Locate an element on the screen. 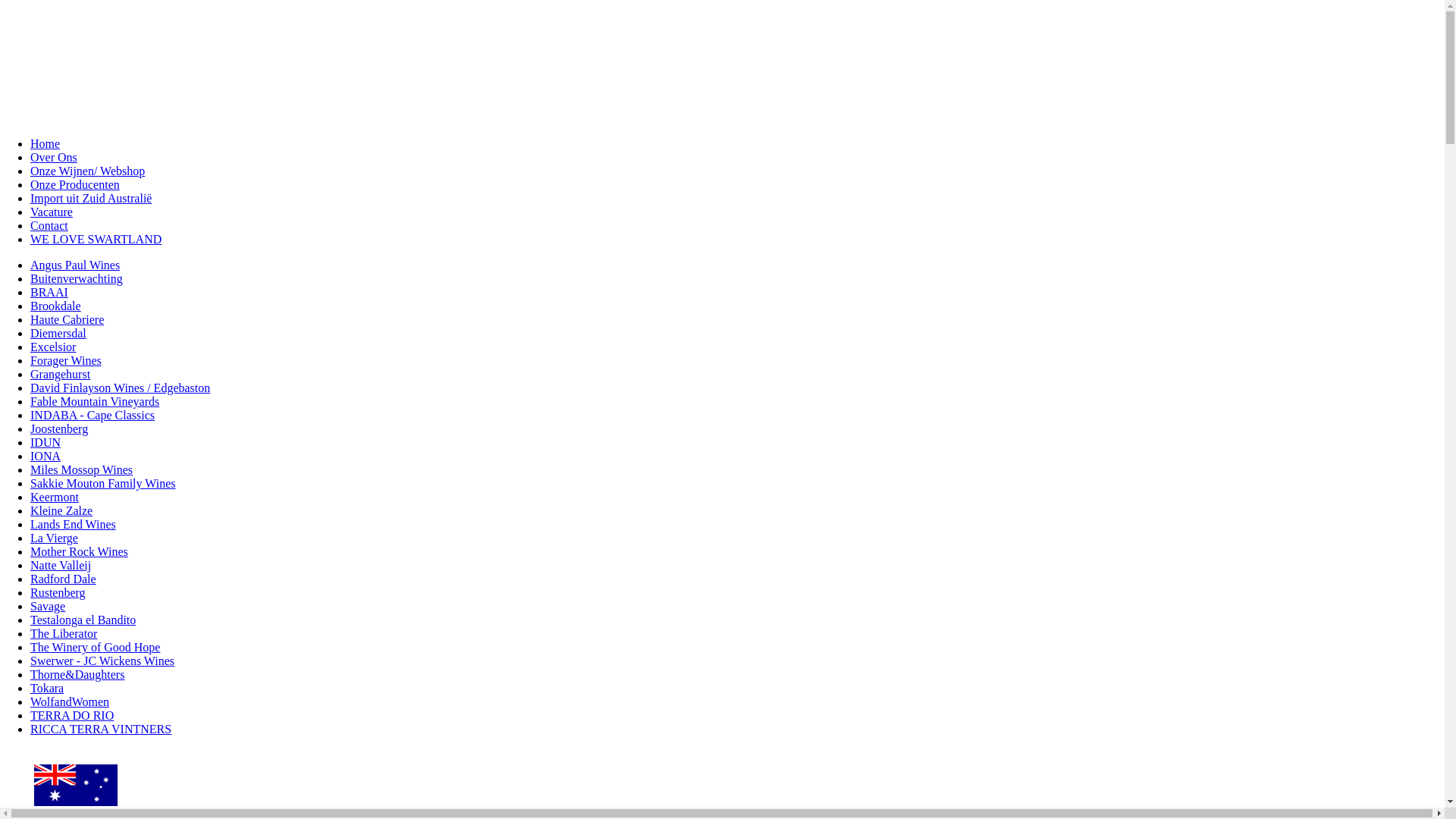 The width and height of the screenshot is (1456, 819). 'Onze Wijnen/ Webshop' is located at coordinates (86, 171).